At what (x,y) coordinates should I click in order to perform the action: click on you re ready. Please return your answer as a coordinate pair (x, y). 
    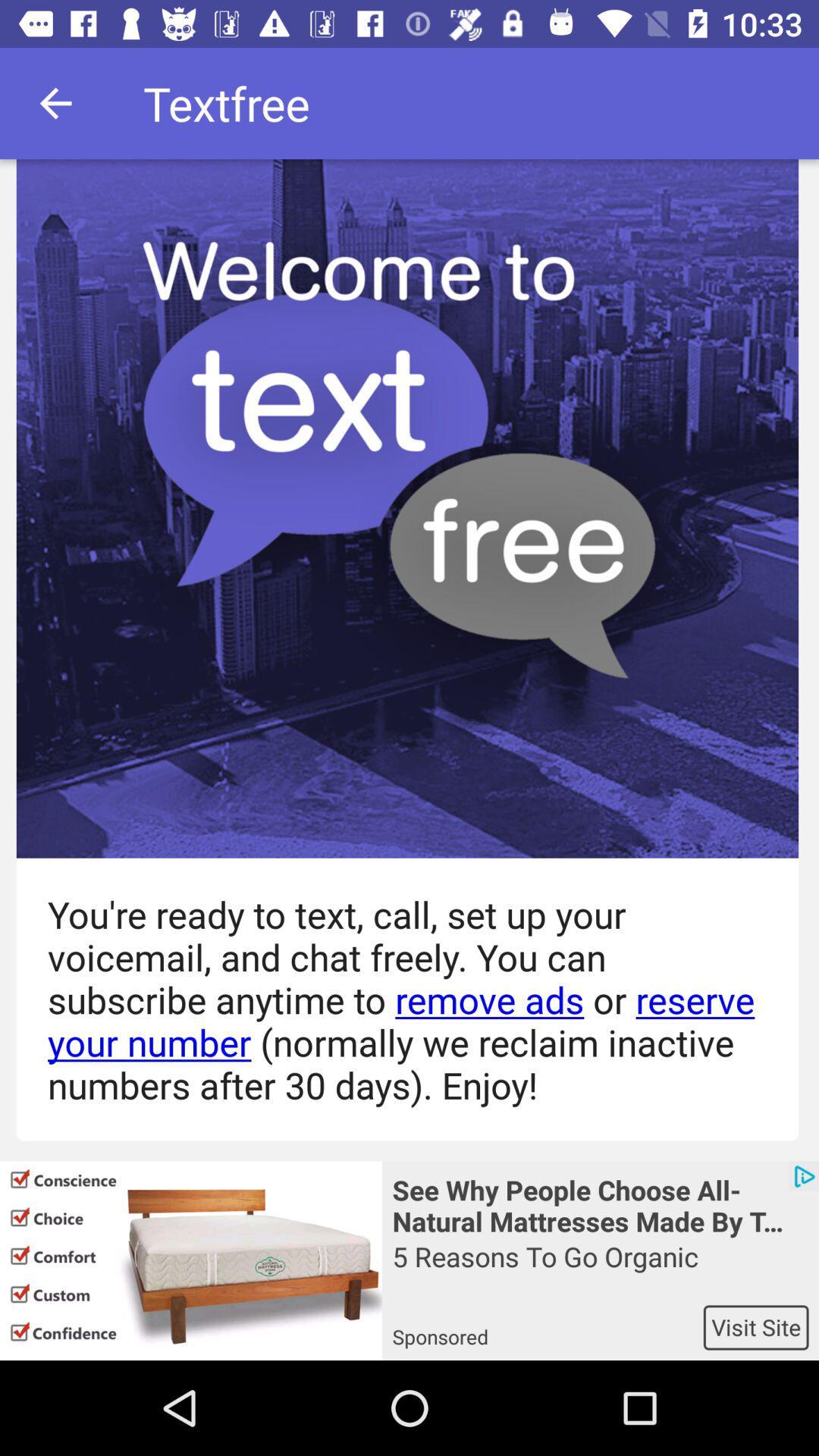
    Looking at the image, I should click on (398, 999).